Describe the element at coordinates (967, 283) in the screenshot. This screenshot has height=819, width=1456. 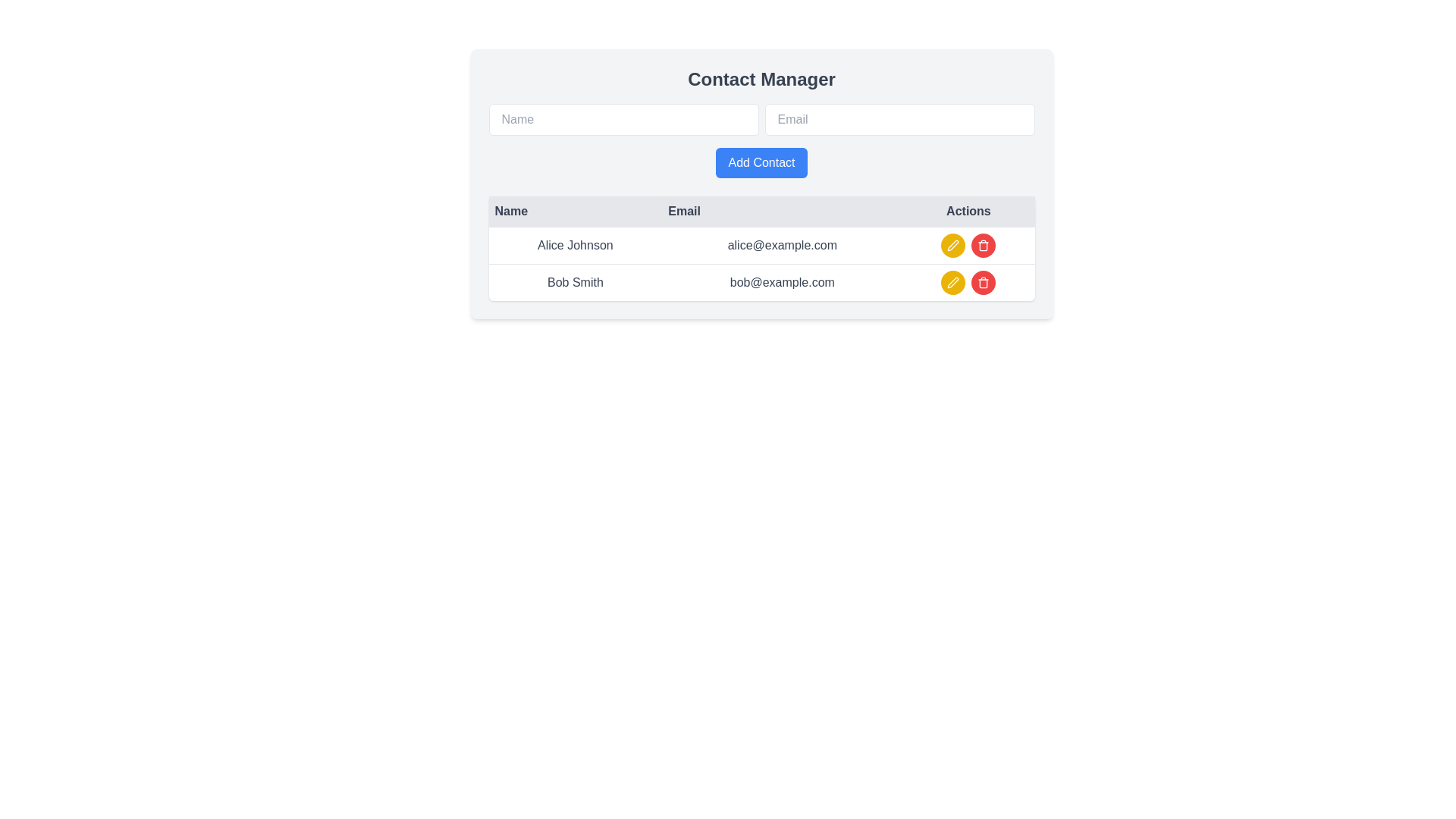
I see `the edit button in the Horizontal option group for editing the contact information of 'Bob Smith', located in the last row of the table in the 'Actions' column` at that location.